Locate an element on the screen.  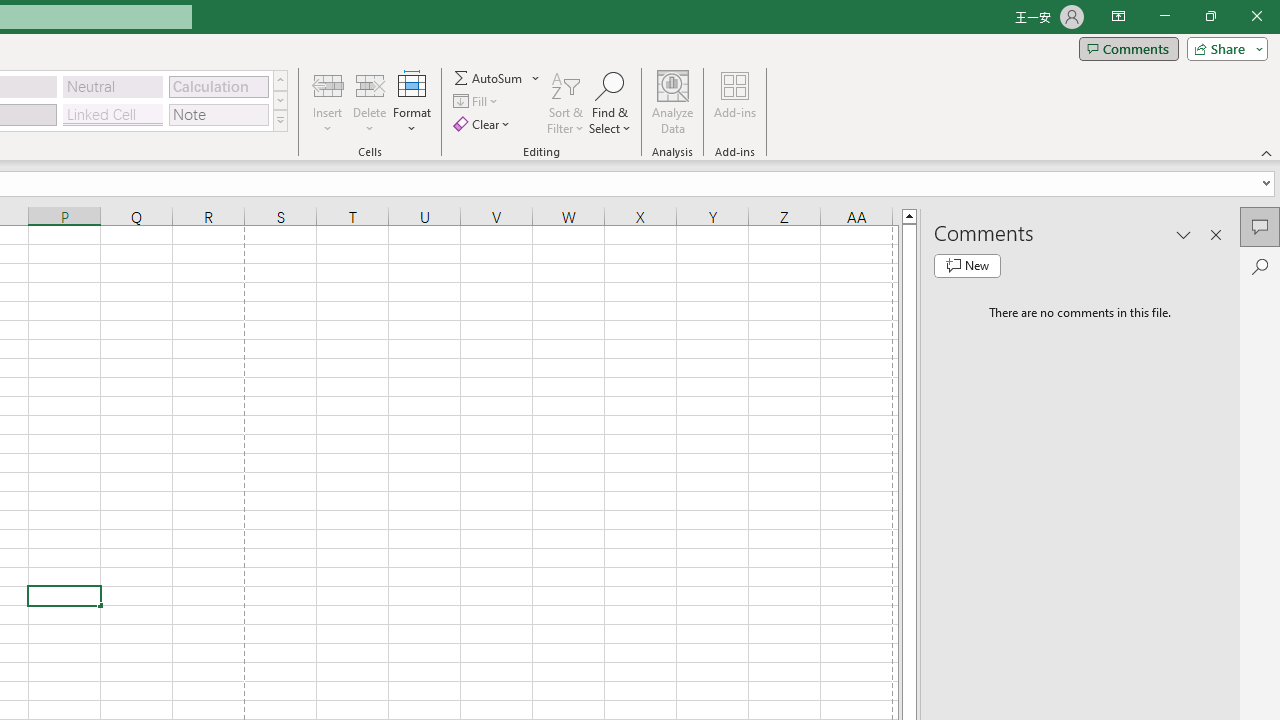
'Calculation' is located at coordinates (218, 85).